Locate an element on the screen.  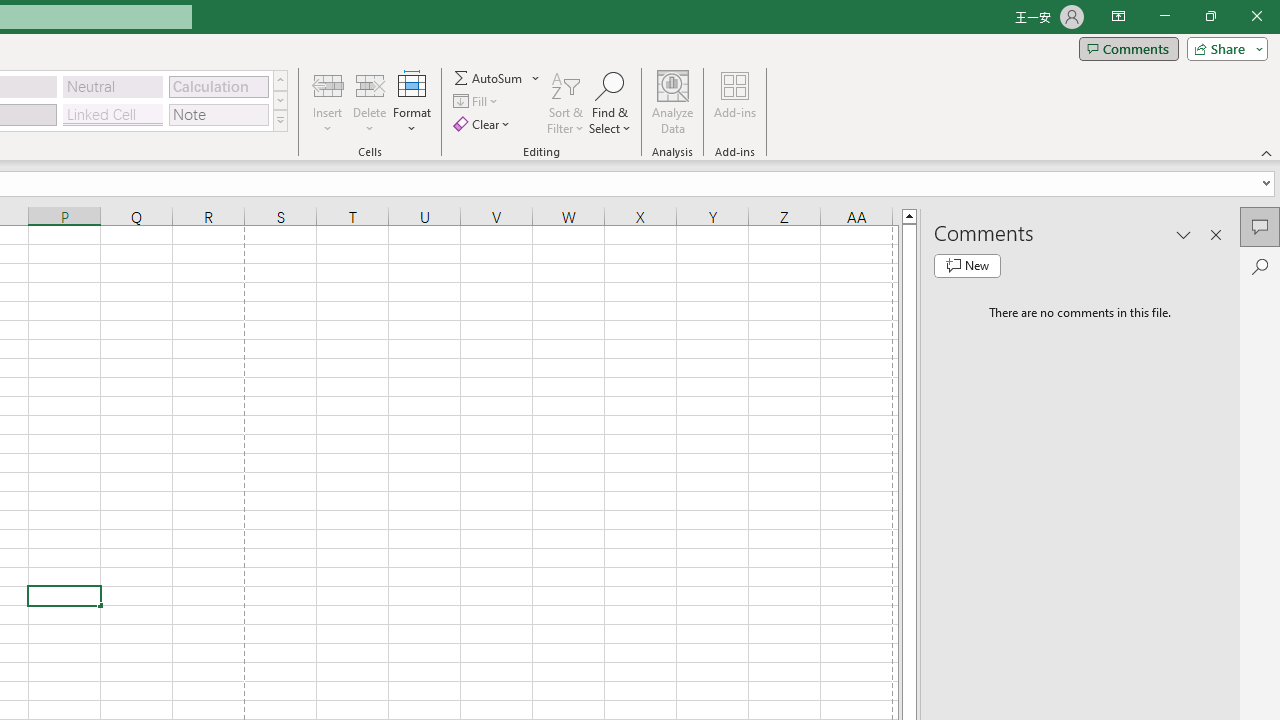
'Calculation' is located at coordinates (218, 85).